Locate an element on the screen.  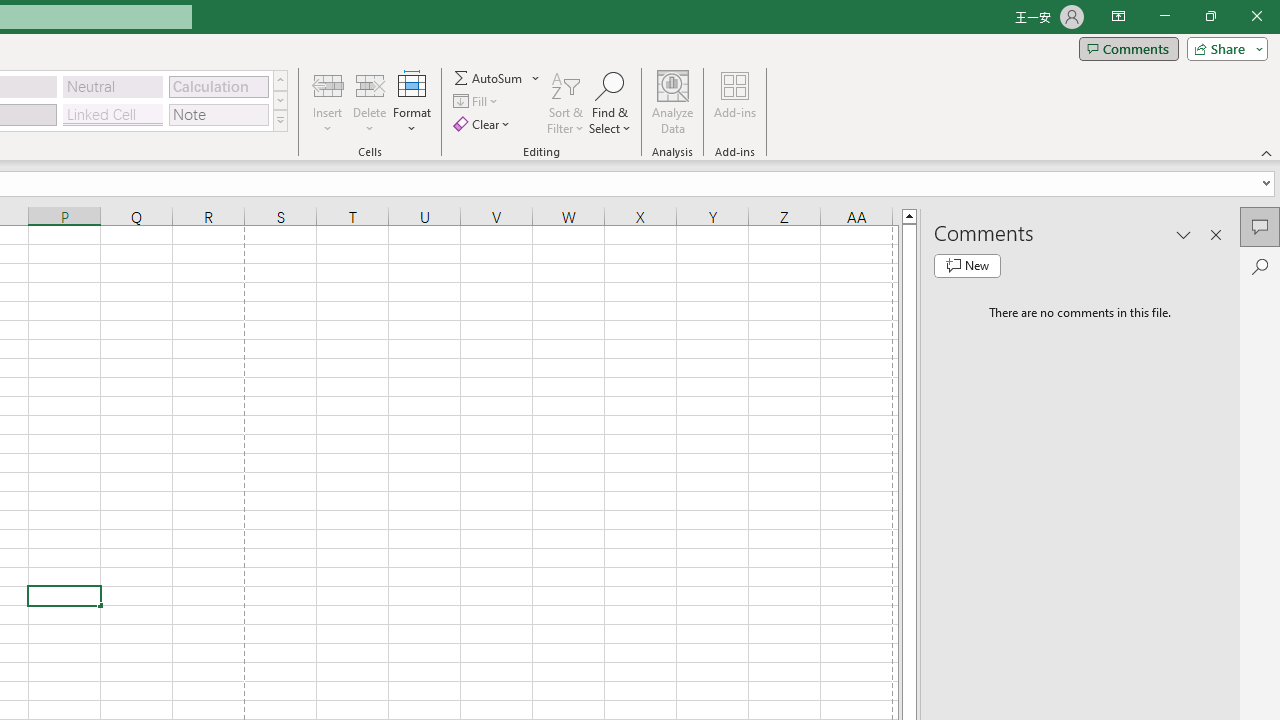
'Calculation' is located at coordinates (218, 85).